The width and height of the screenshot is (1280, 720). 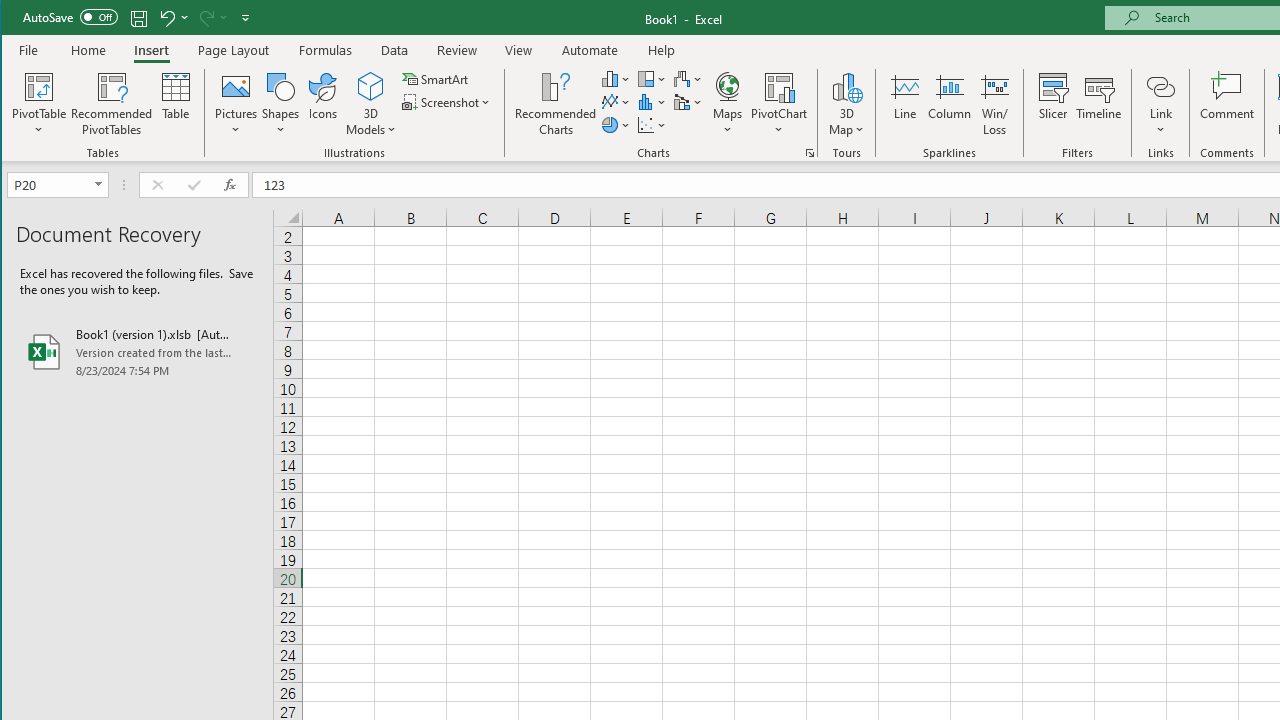 I want to click on 'Line', so click(x=903, y=104).